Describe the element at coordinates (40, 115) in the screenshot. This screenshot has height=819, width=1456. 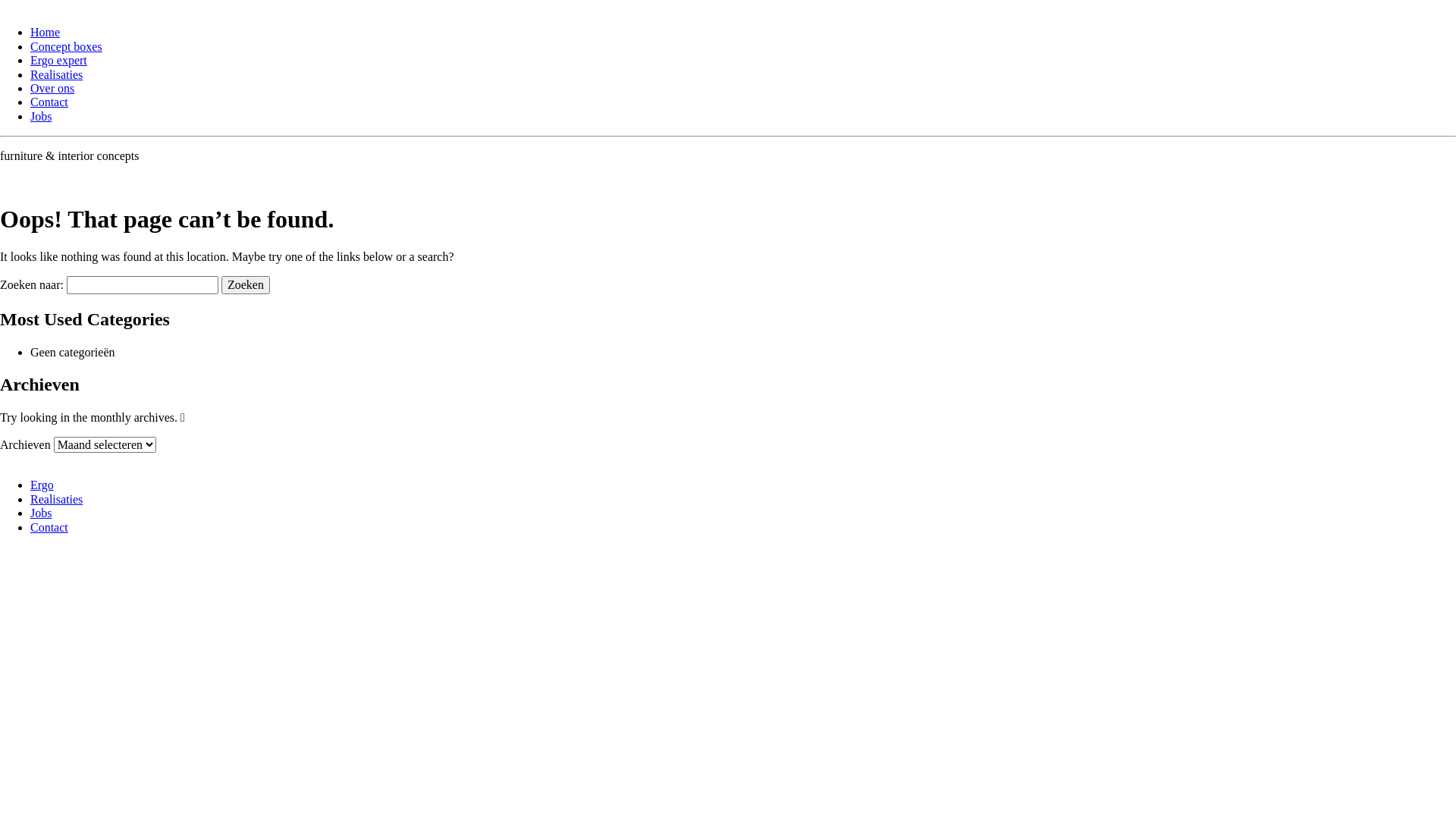
I see `'Jobs'` at that location.